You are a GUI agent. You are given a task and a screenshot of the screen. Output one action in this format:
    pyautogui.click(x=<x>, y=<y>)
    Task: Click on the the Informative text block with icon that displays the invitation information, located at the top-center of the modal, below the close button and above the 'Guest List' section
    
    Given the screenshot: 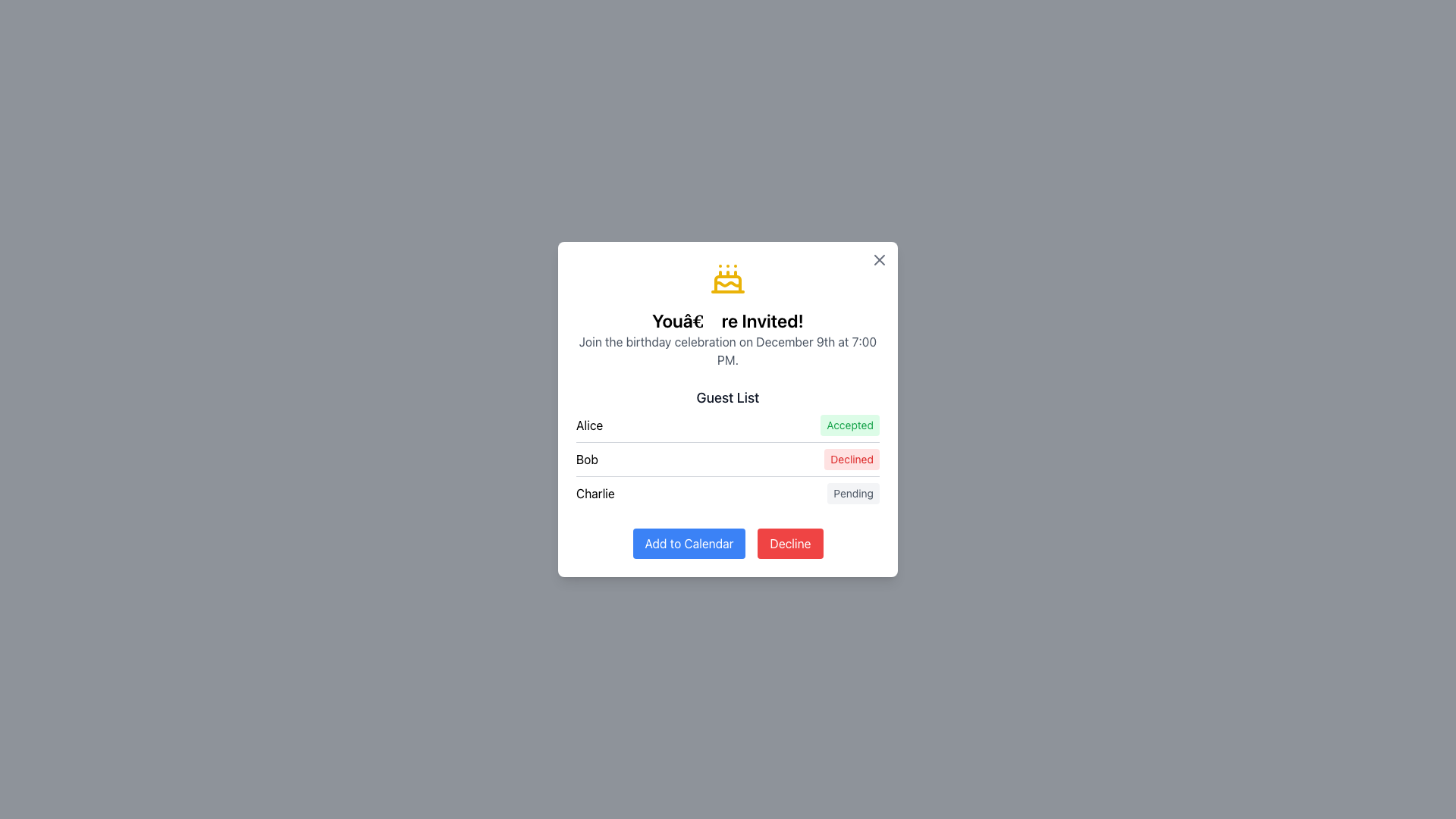 What is the action you would take?
    pyautogui.click(x=728, y=314)
    